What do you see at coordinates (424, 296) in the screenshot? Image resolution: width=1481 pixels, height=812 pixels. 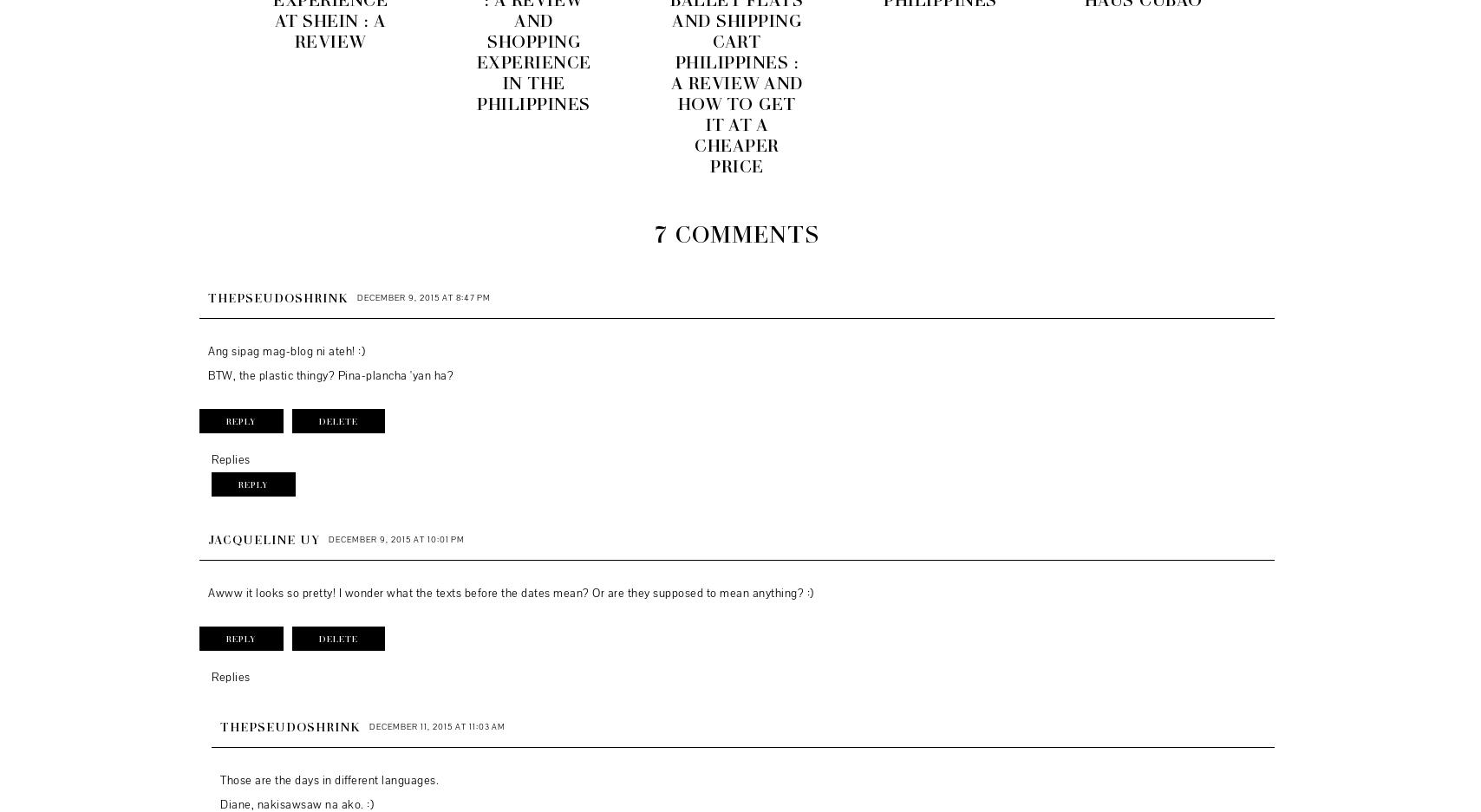 I see `'December 9, 2015 at 8:47 PM'` at bounding box center [424, 296].